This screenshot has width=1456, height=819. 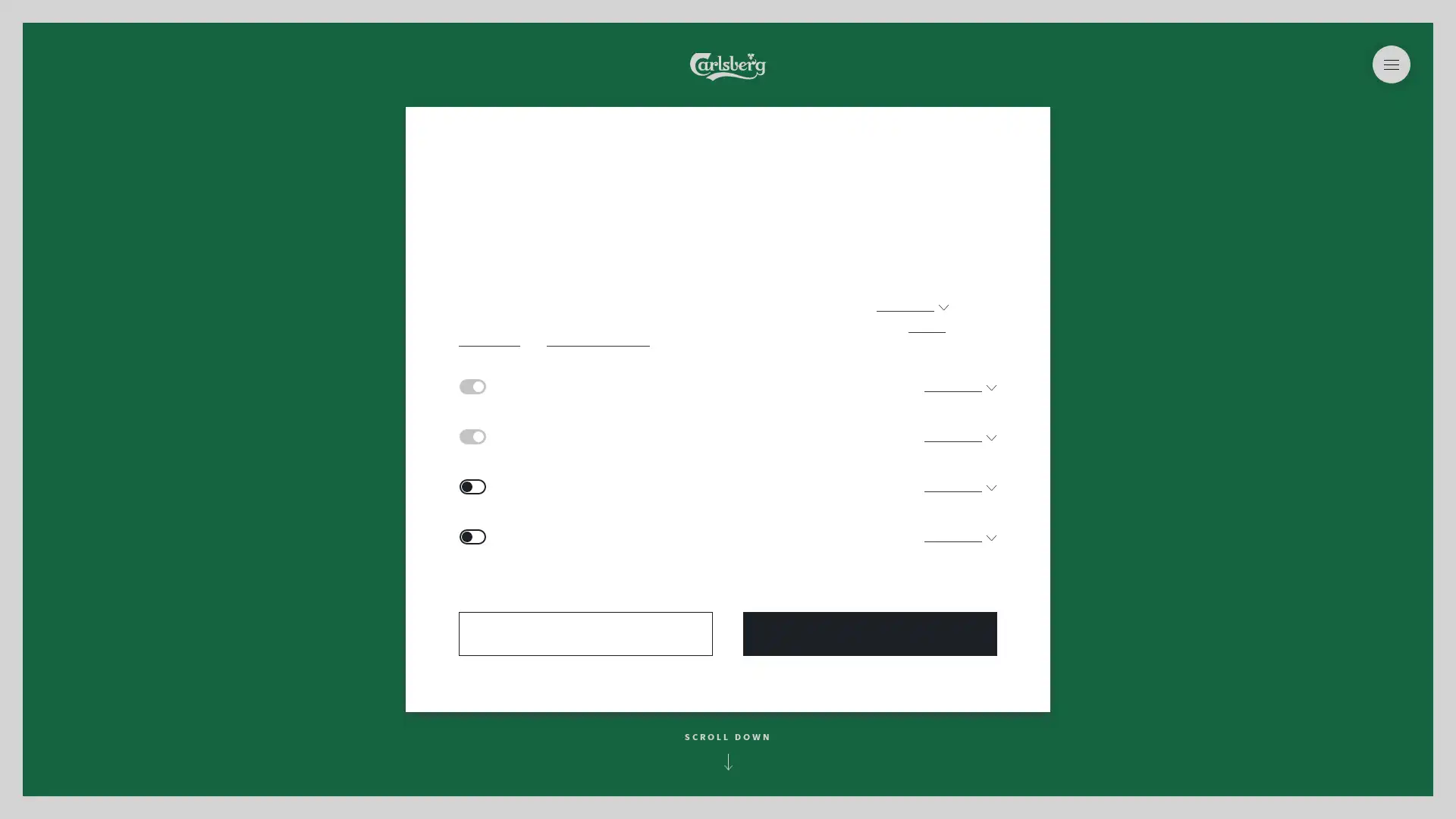 What do you see at coordinates (1391, 63) in the screenshot?
I see `toggle navigation` at bounding box center [1391, 63].